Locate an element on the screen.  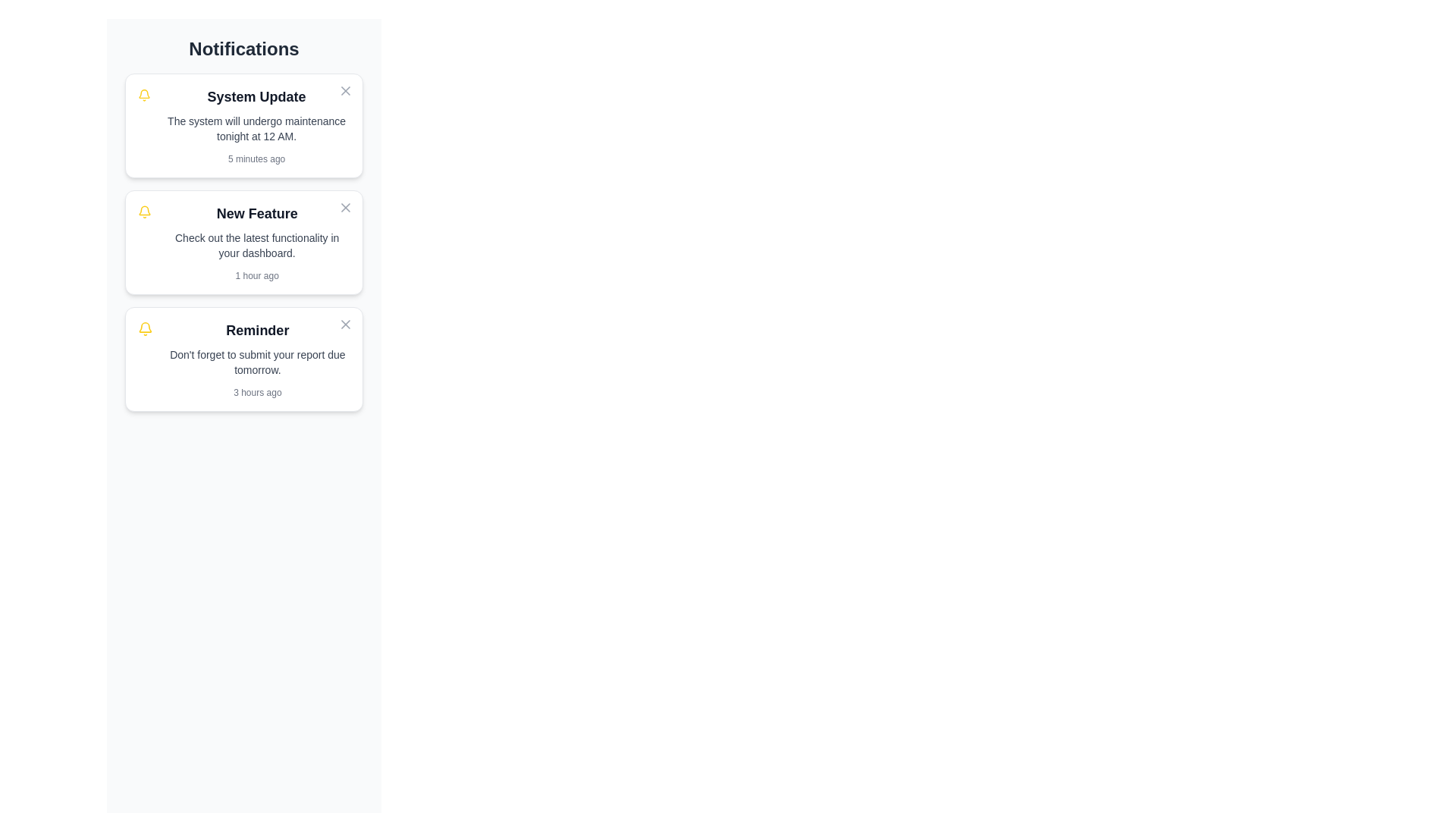
the text element that reads 'Check out the latest functionality in your dashboard.' which is styled in a small gray font and is centrally located in the middle notification card titled 'New Feature' is located at coordinates (257, 245).